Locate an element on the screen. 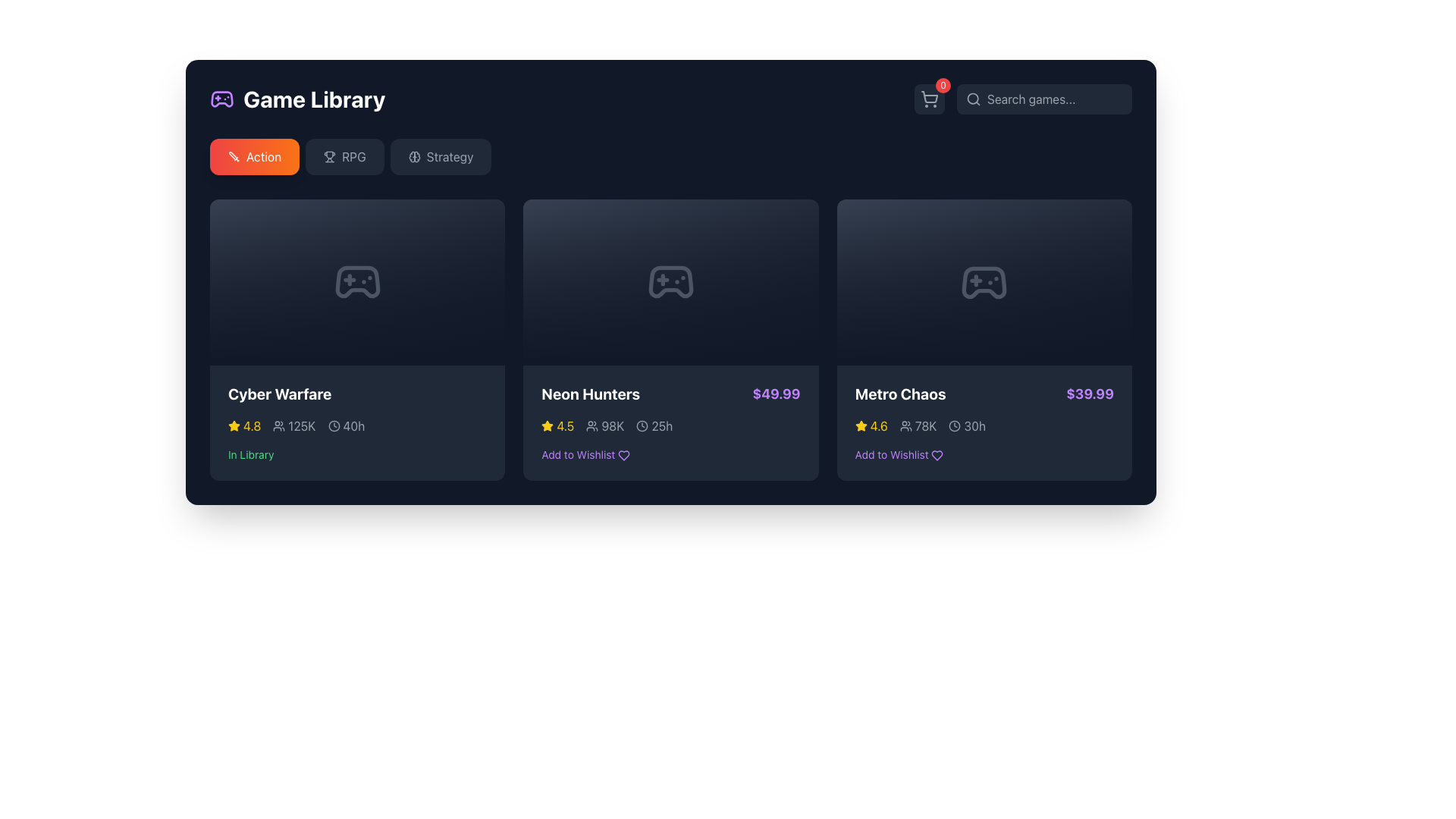 The width and height of the screenshot is (1456, 819). the button located at the bottom of the 'Metro Chaos' game card is located at coordinates (984, 454).